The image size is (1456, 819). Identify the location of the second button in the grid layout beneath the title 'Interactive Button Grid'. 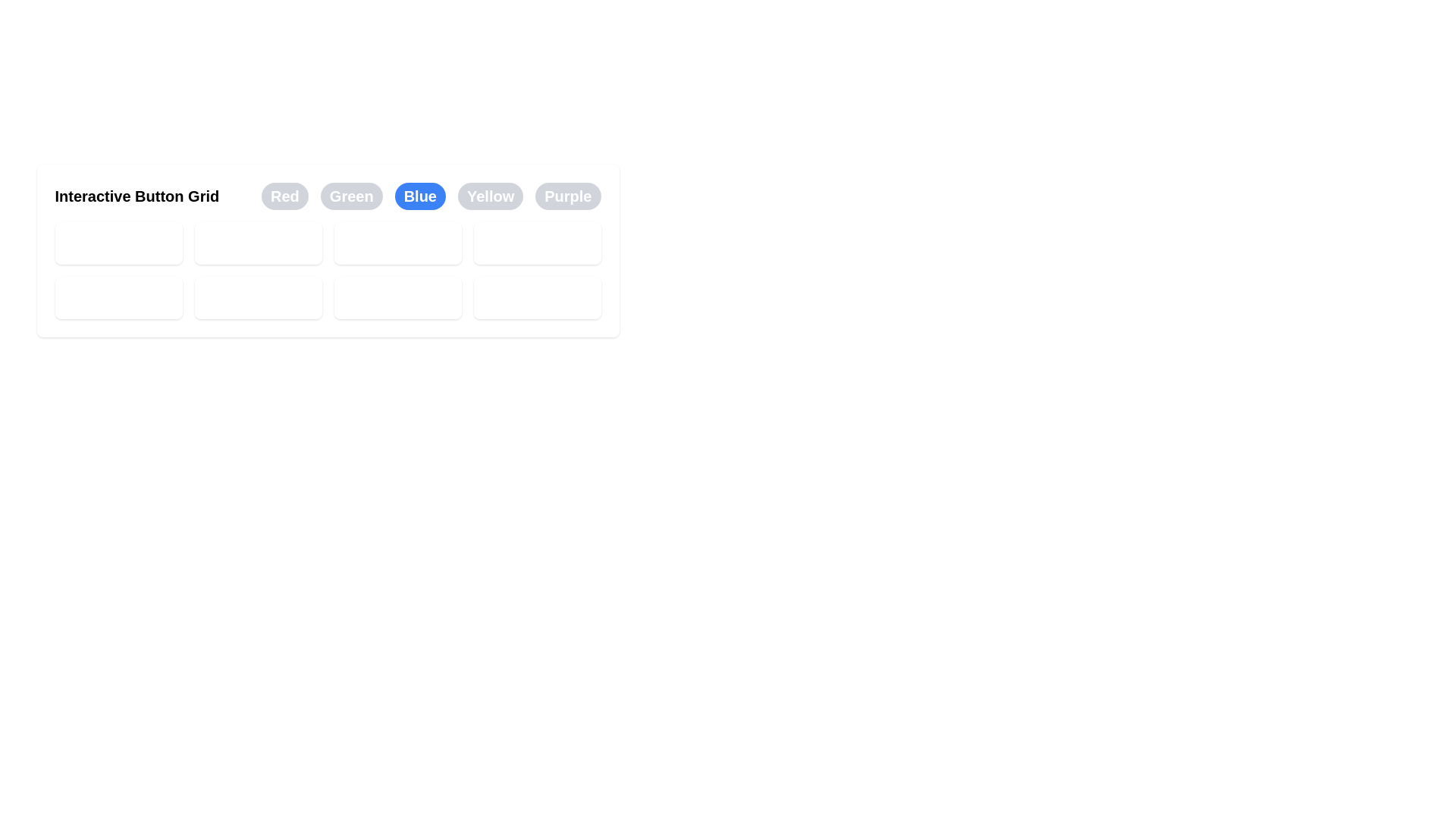
(258, 242).